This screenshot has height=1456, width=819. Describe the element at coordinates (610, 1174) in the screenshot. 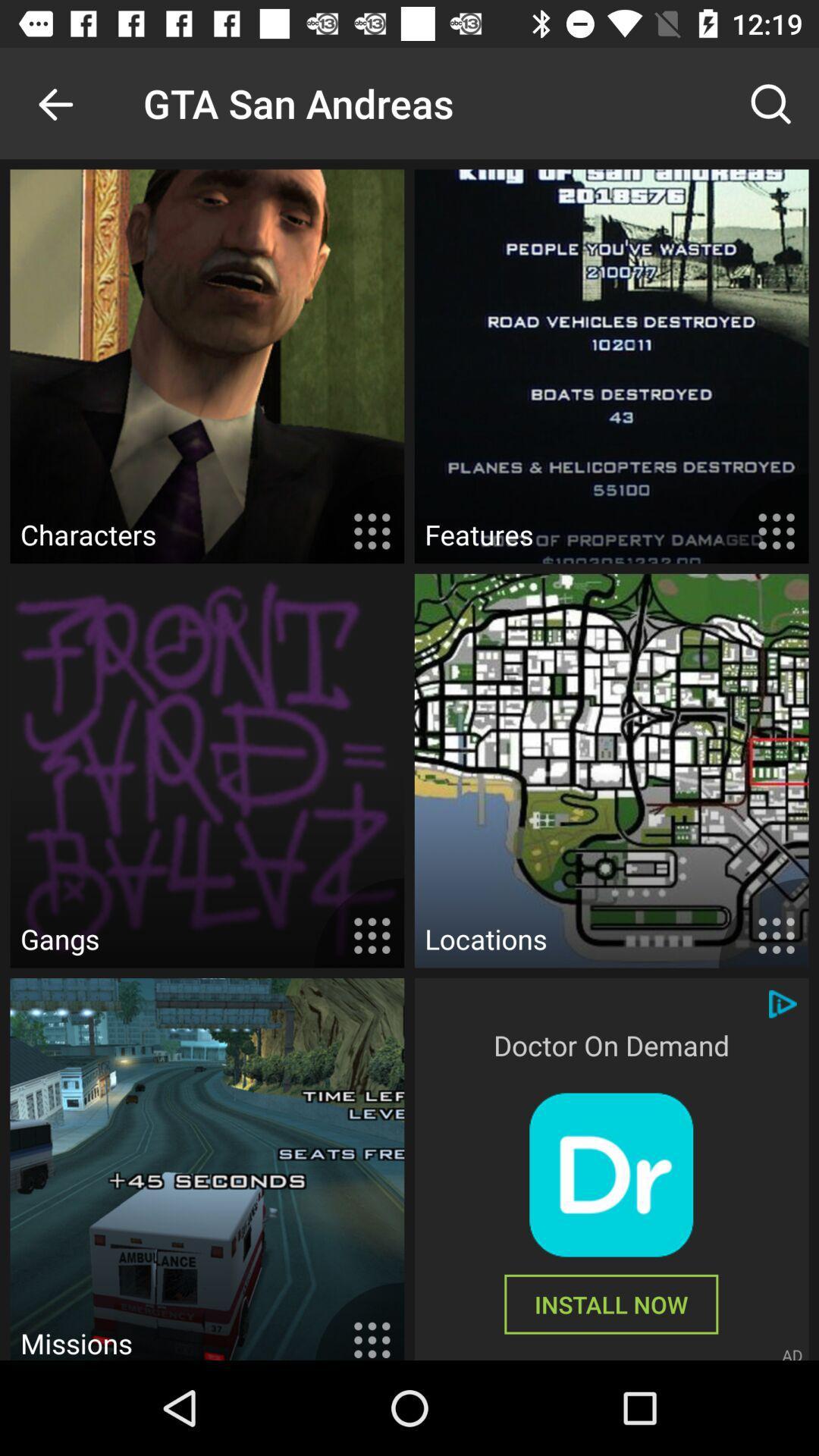

I see `install doctor on demand` at that location.